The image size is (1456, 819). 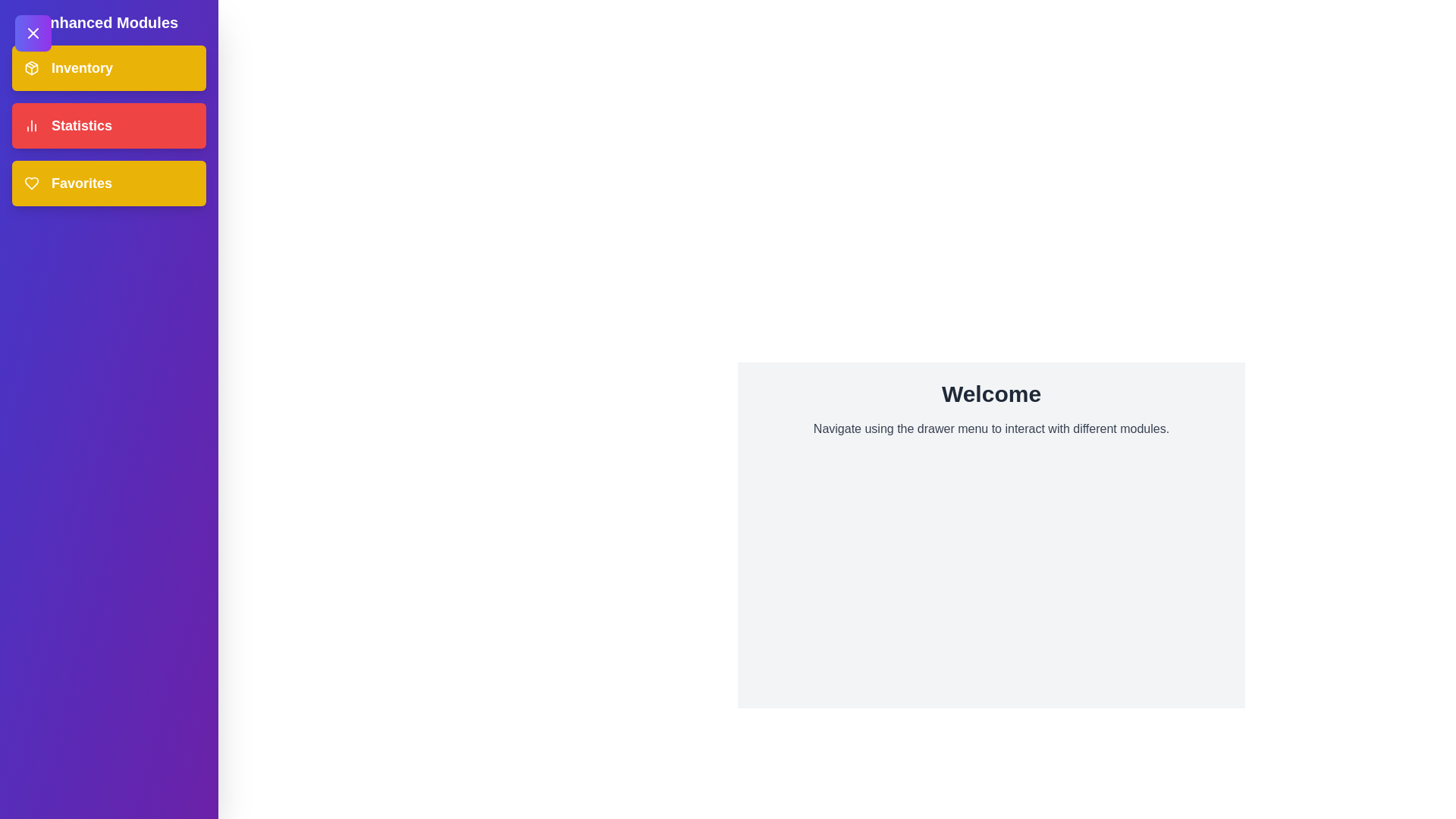 I want to click on button with the X or Menu icon to toggle the drawer, so click(x=33, y=33).